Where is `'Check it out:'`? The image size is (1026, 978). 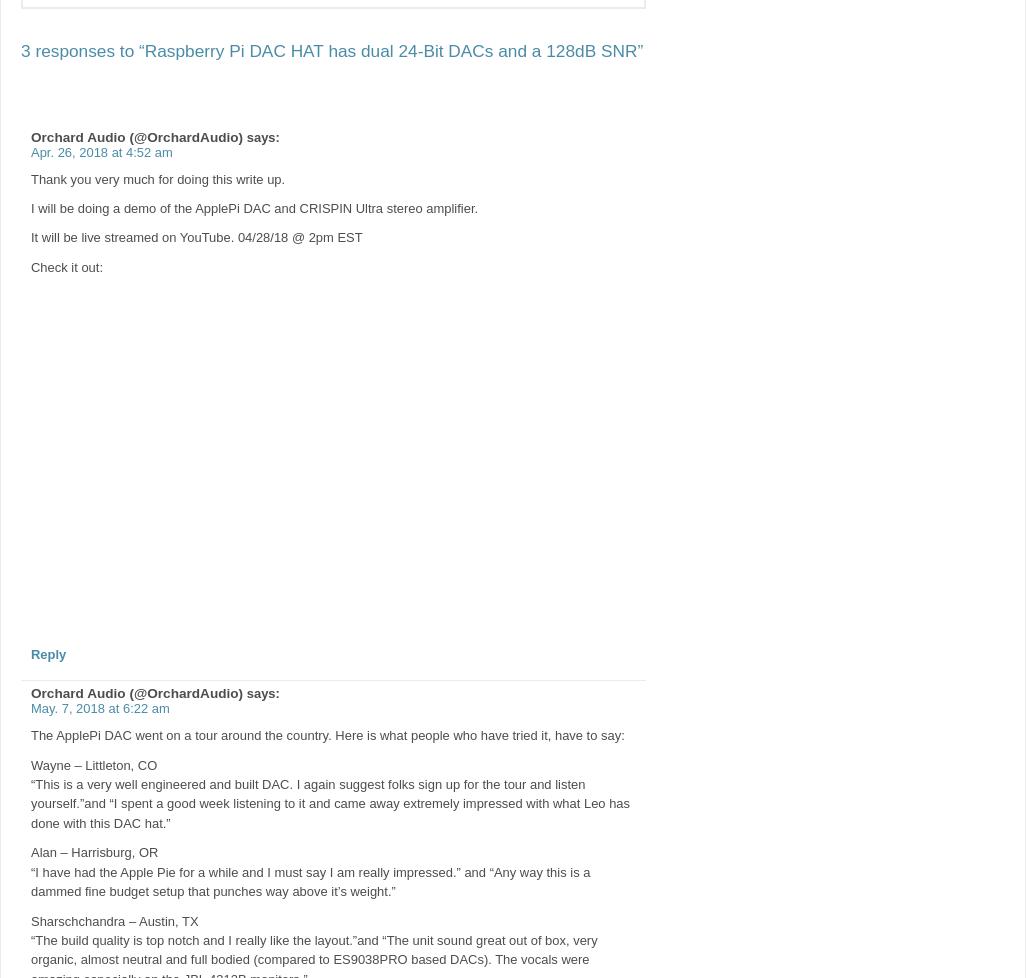
'Check it out:' is located at coordinates (65, 265).